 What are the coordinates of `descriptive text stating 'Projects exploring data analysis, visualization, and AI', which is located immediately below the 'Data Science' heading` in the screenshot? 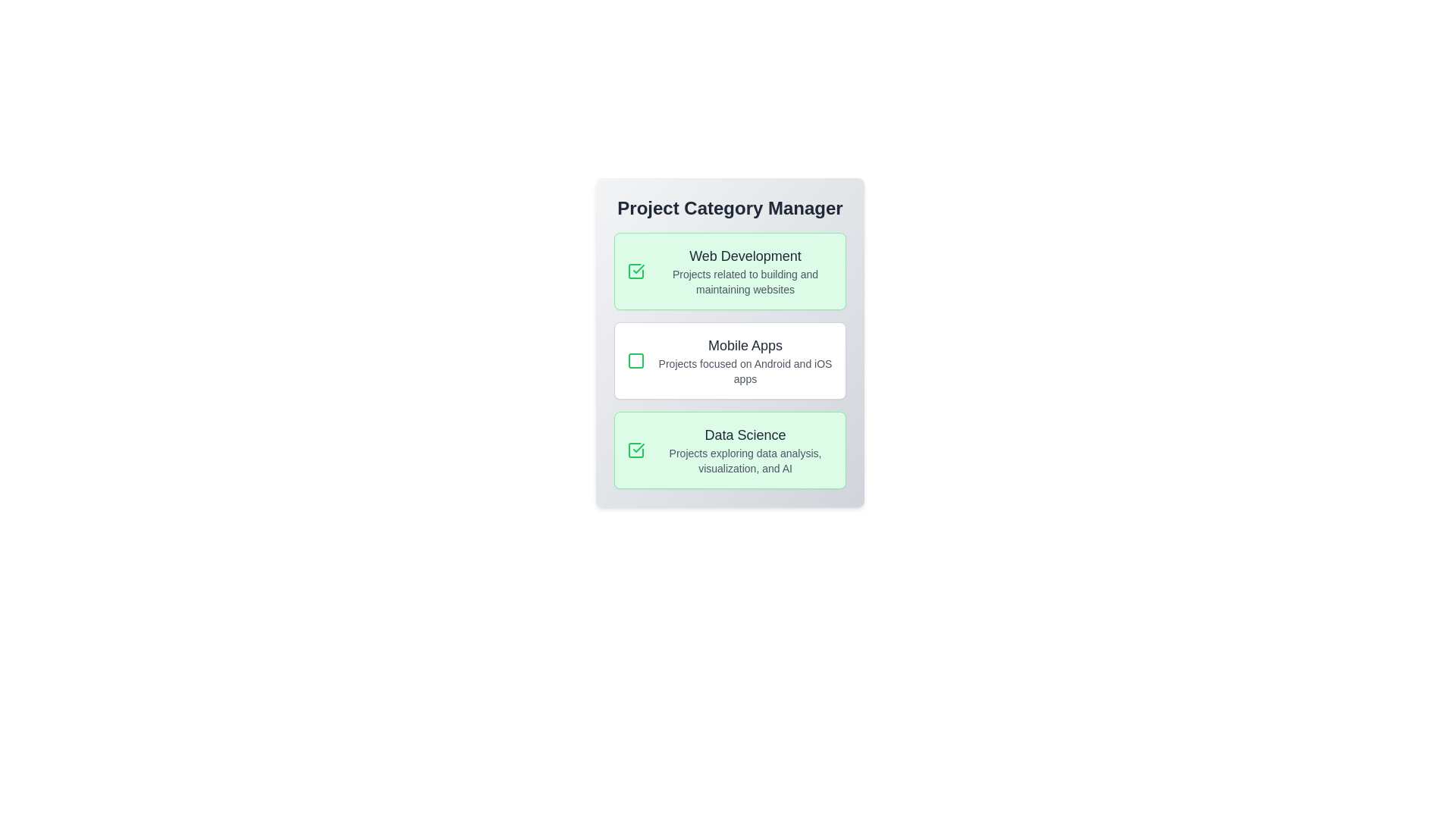 It's located at (745, 460).